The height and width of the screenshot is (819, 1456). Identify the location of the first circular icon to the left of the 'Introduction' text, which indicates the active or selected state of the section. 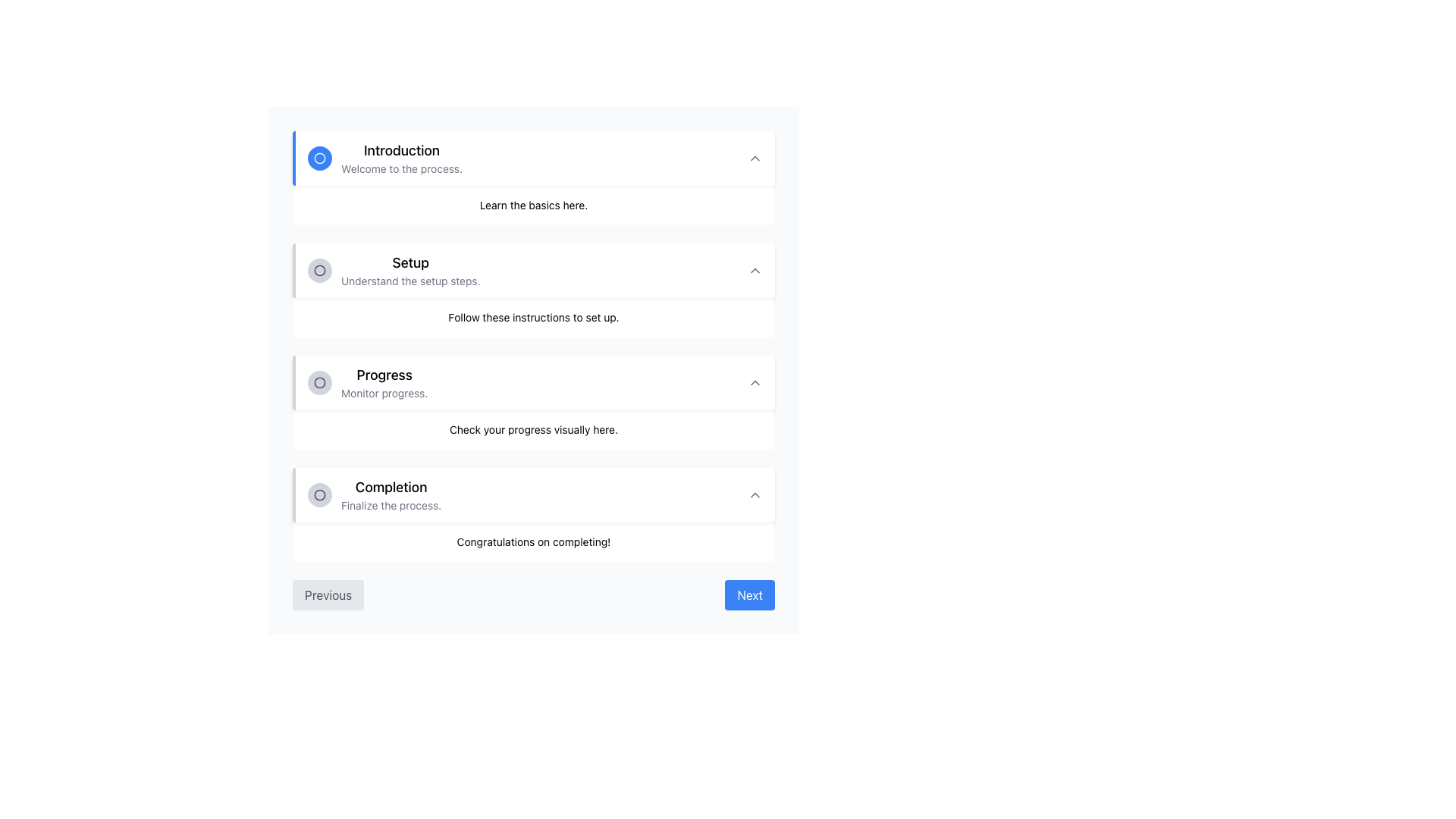
(319, 158).